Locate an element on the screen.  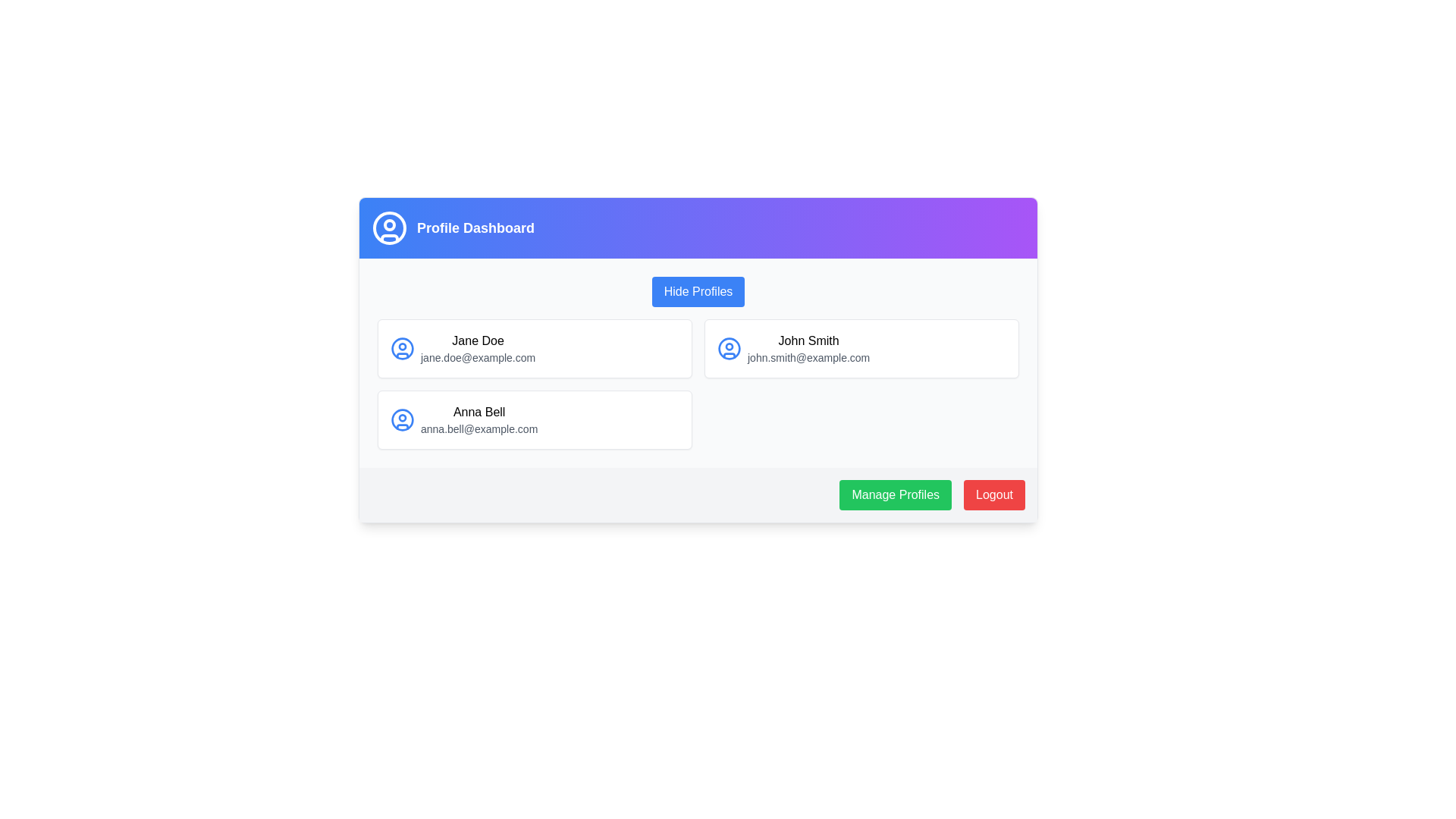
the circular blue profile icon representing 'John Smith' located on the right of the profiles area is located at coordinates (729, 348).